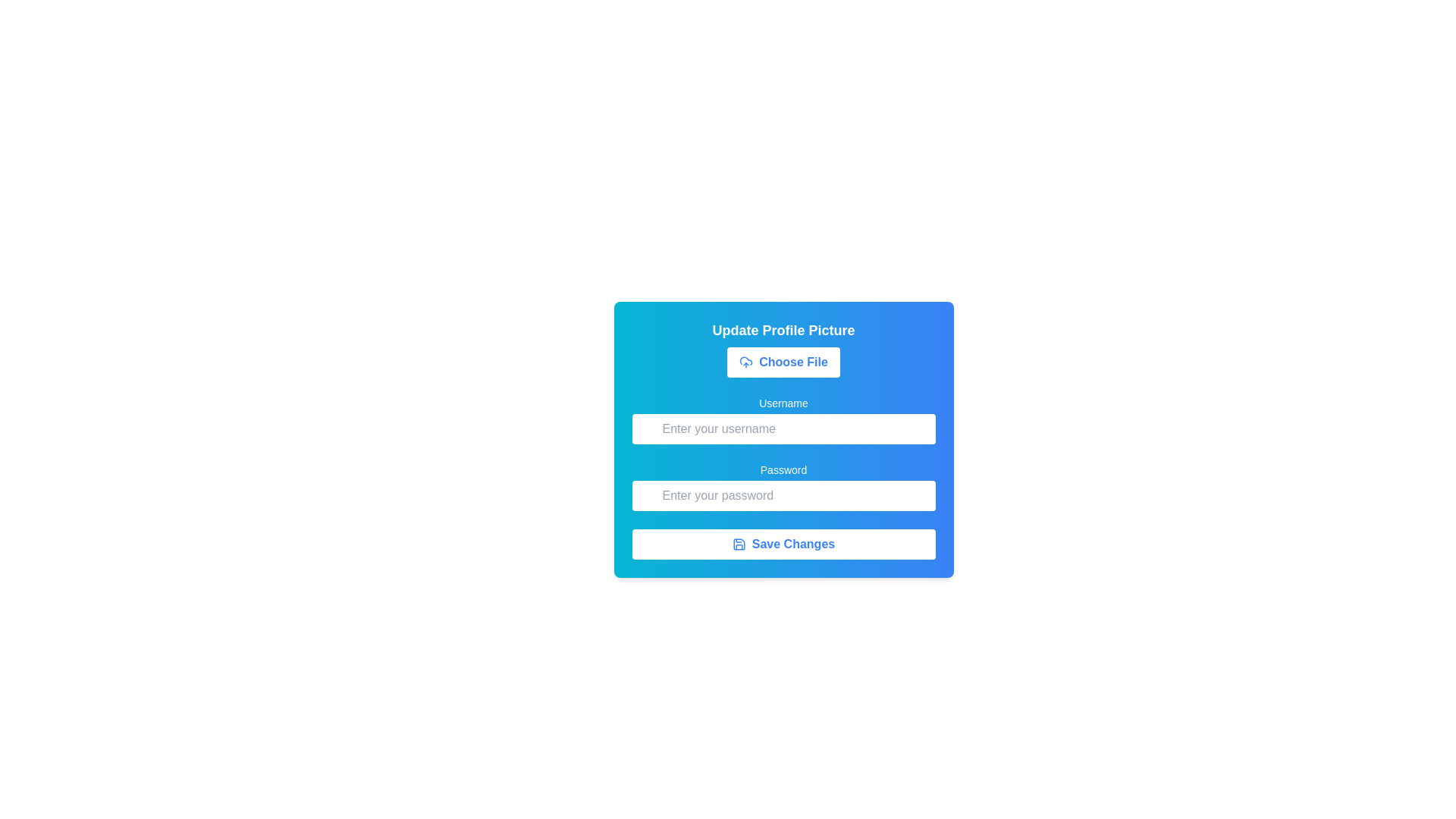  Describe the element at coordinates (783, 362) in the screenshot. I see `the file upload button located below the 'Update Profile Picture' heading in the profile update modal` at that location.